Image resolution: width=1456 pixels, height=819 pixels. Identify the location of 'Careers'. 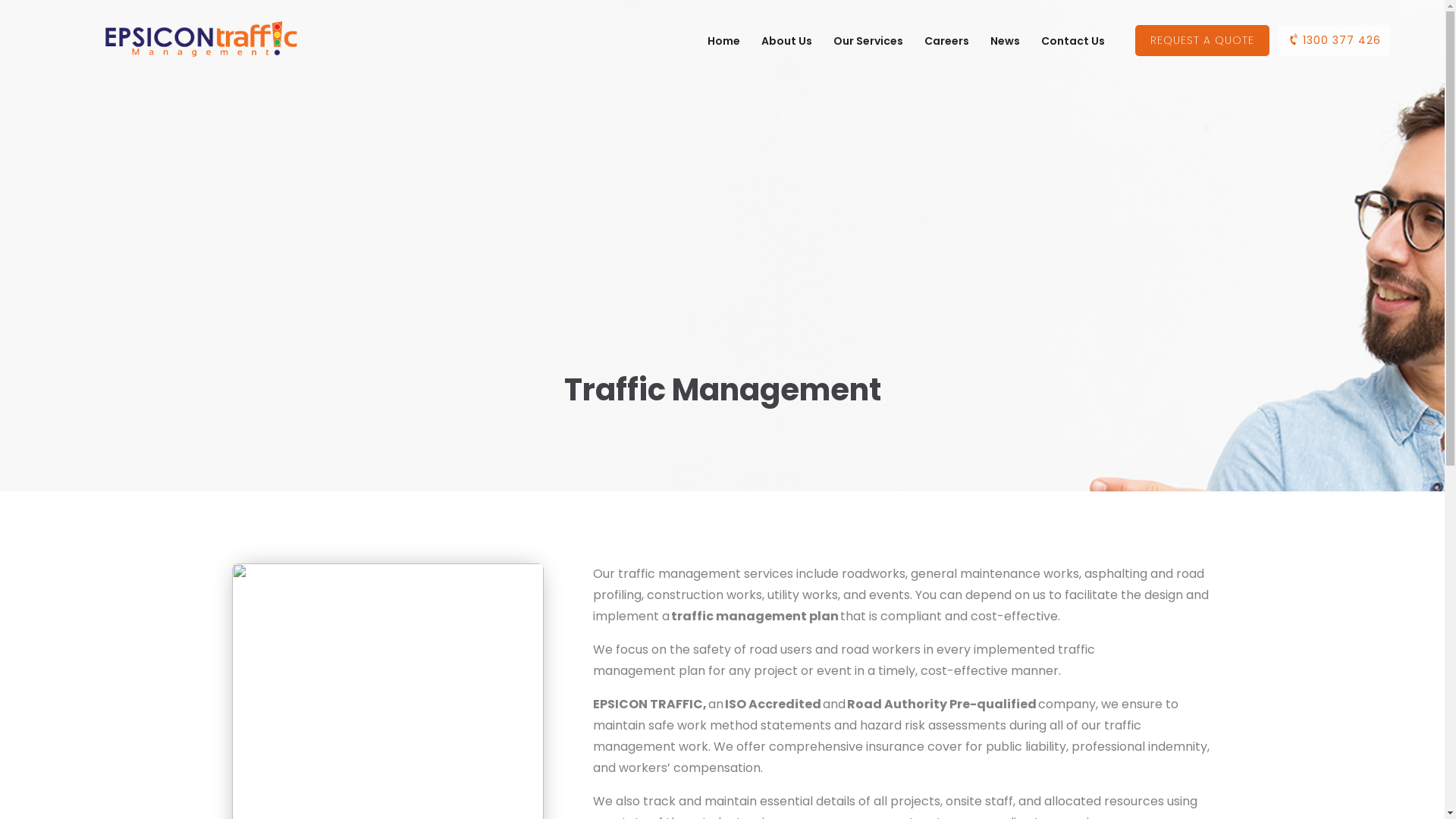
(946, 40).